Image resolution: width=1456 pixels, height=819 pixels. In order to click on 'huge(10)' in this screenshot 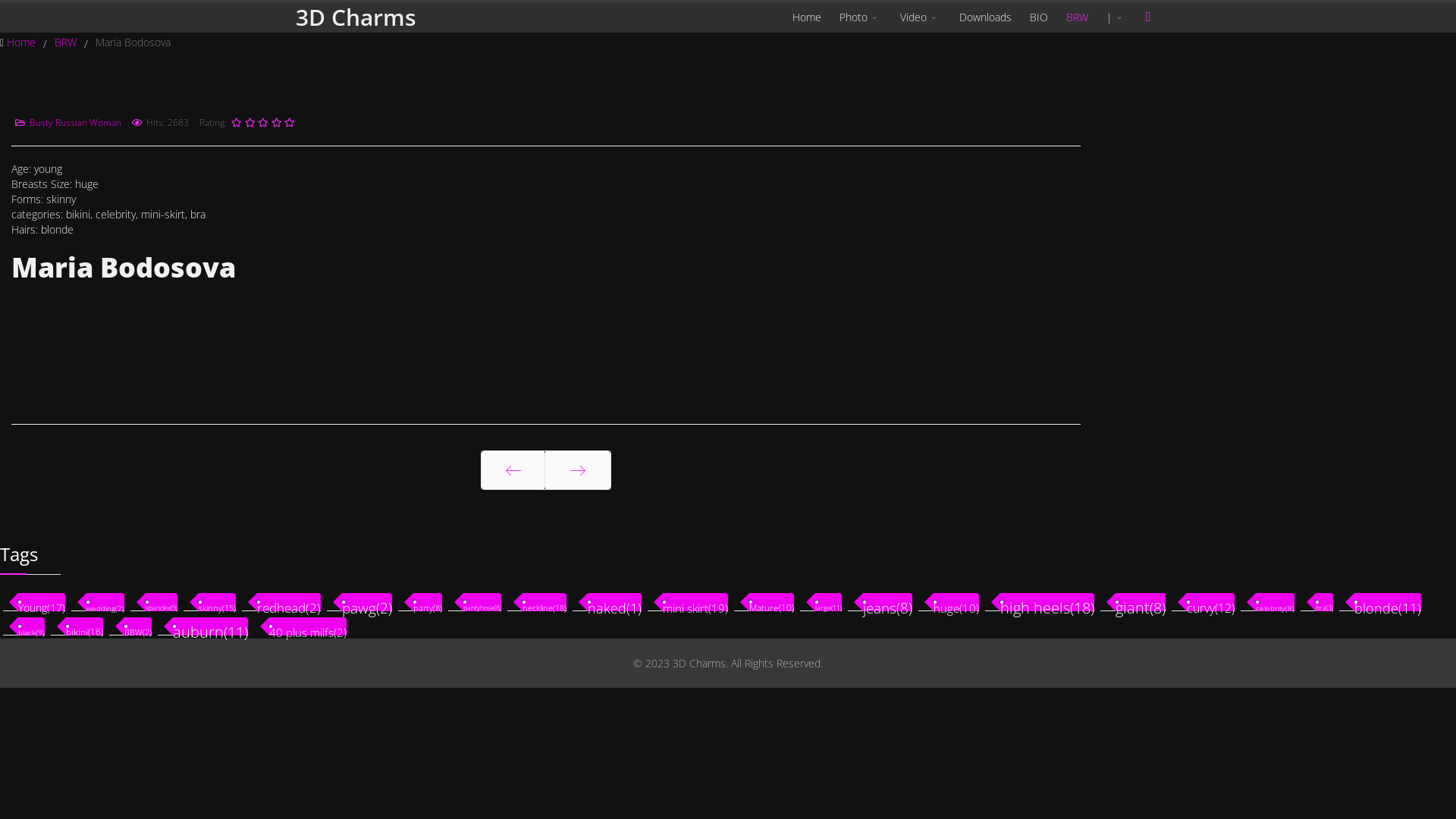, I will do `click(955, 601)`.